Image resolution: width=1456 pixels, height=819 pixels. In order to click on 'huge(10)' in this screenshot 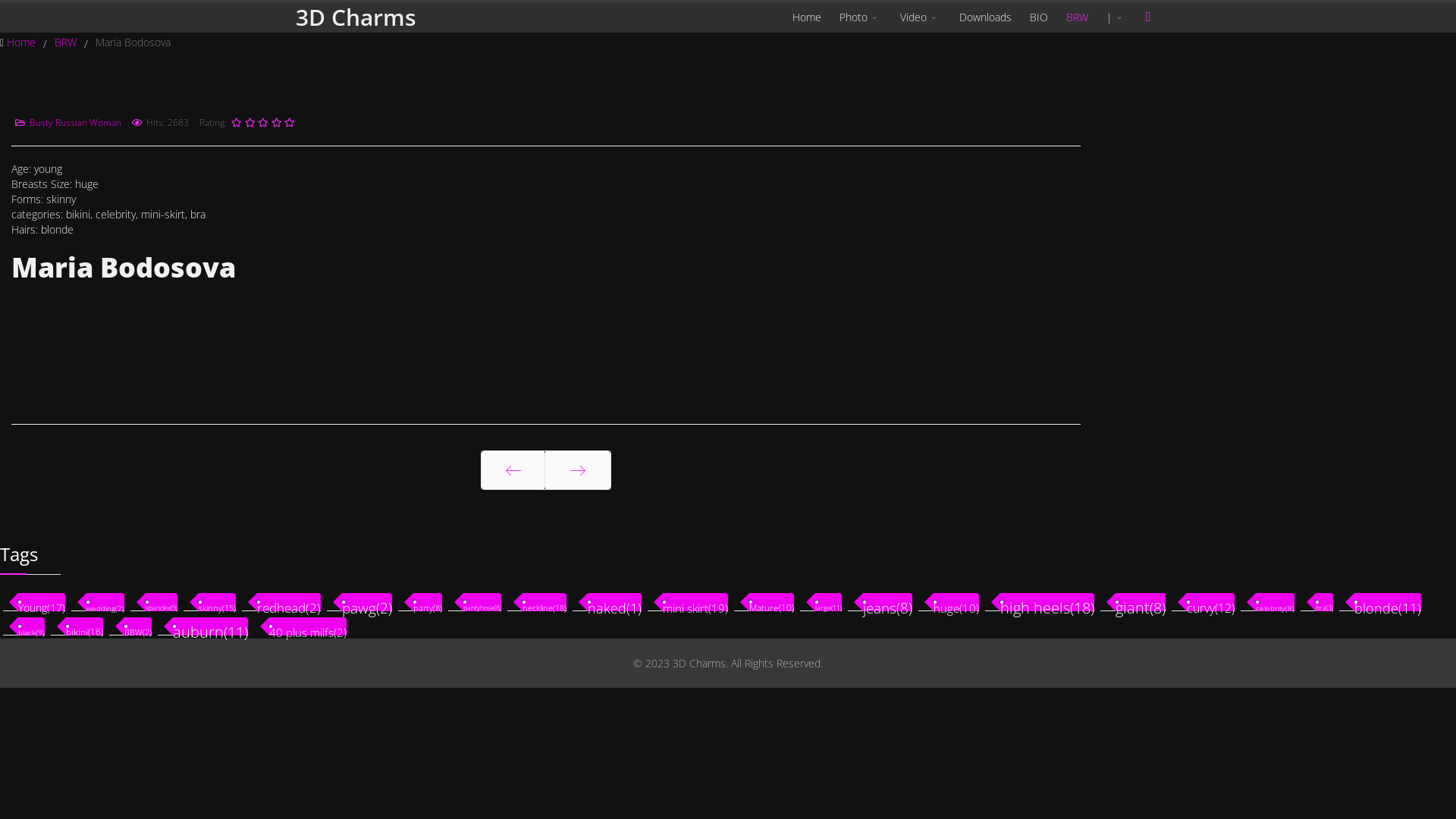, I will do `click(955, 601)`.